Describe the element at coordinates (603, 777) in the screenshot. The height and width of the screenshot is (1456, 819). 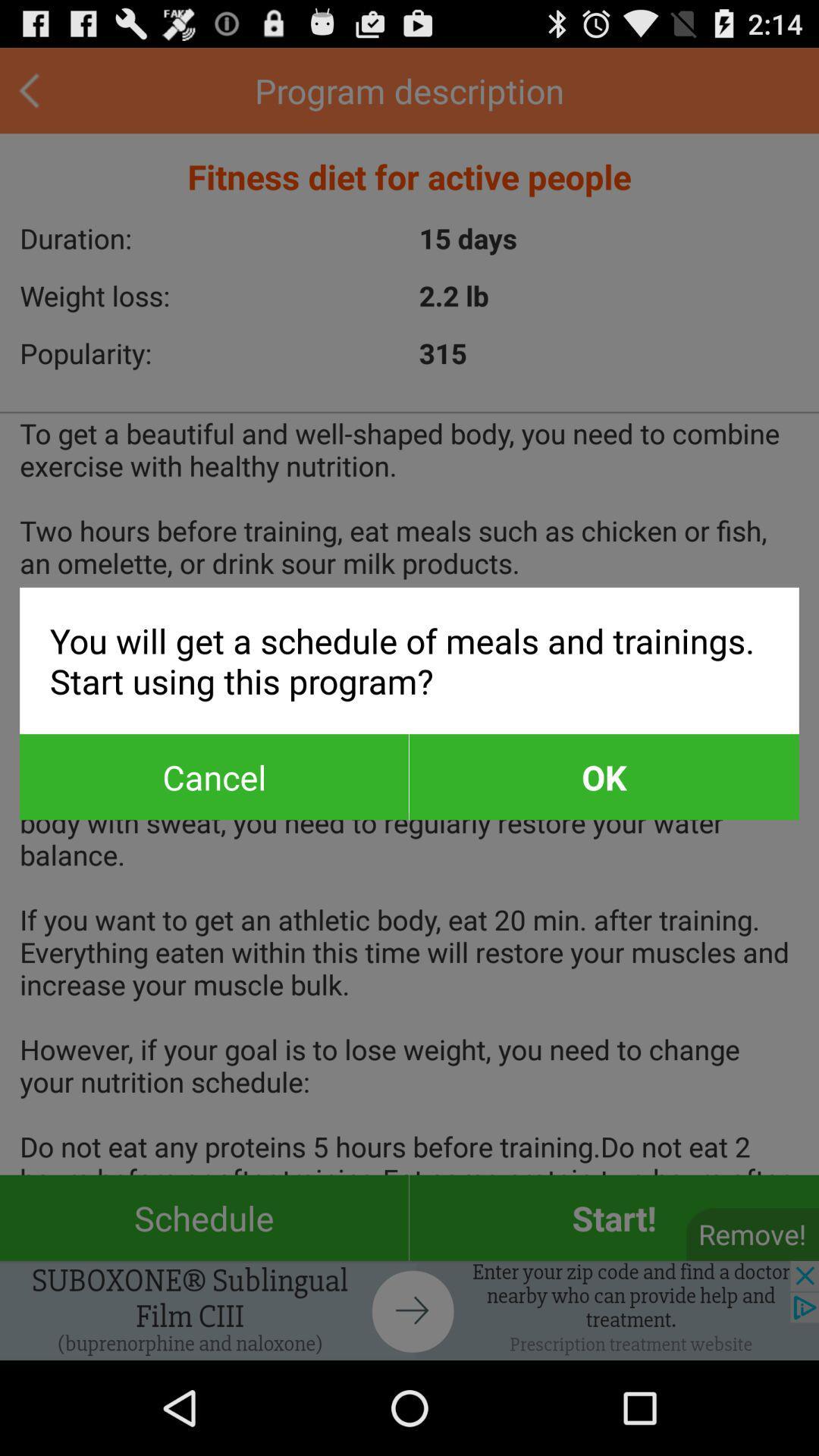
I see `item next to cancel` at that location.